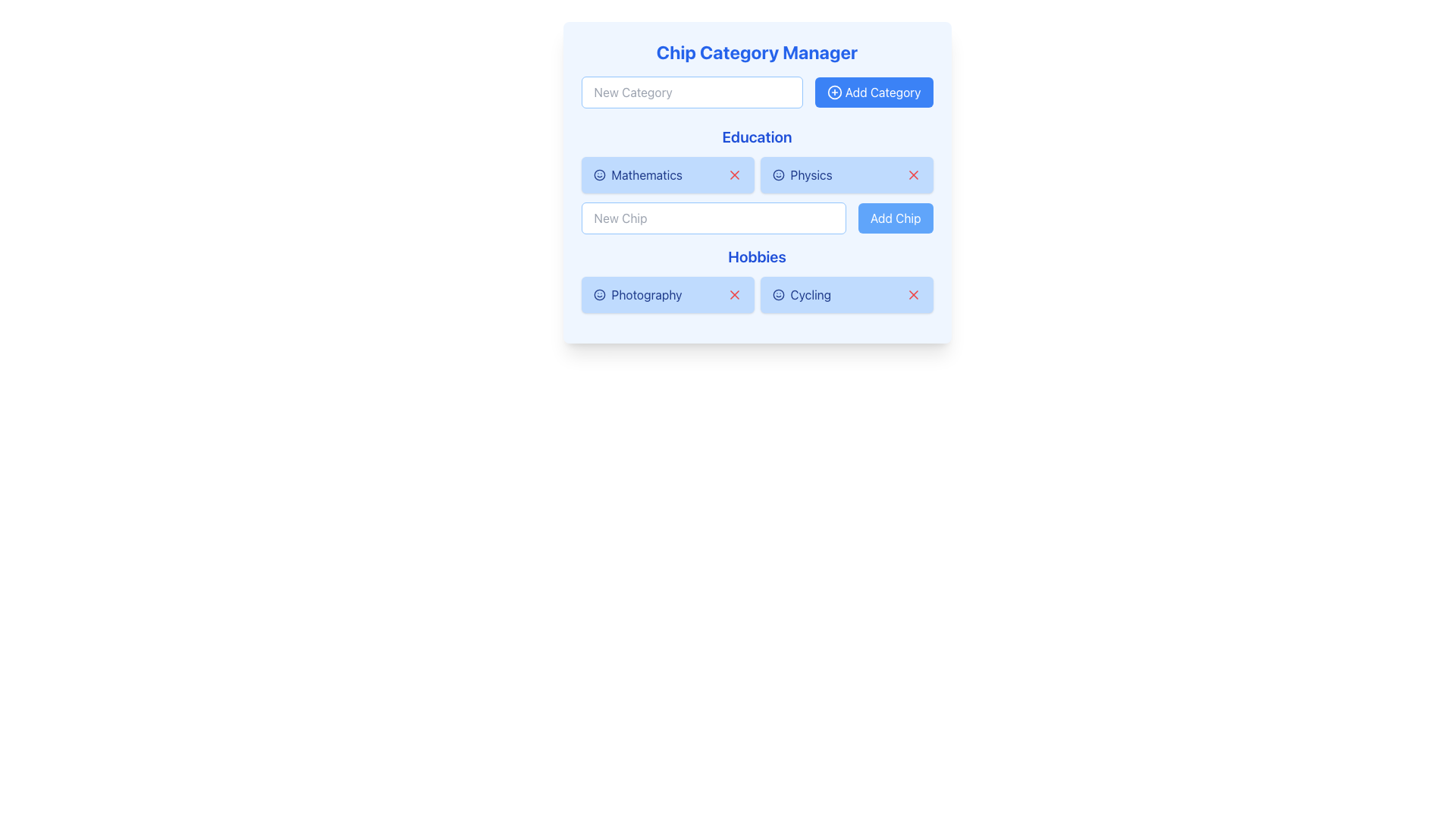  I want to click on the cross icon located to the right of the 'Photography' label chip in the 'Hobbies' section, so click(734, 295).